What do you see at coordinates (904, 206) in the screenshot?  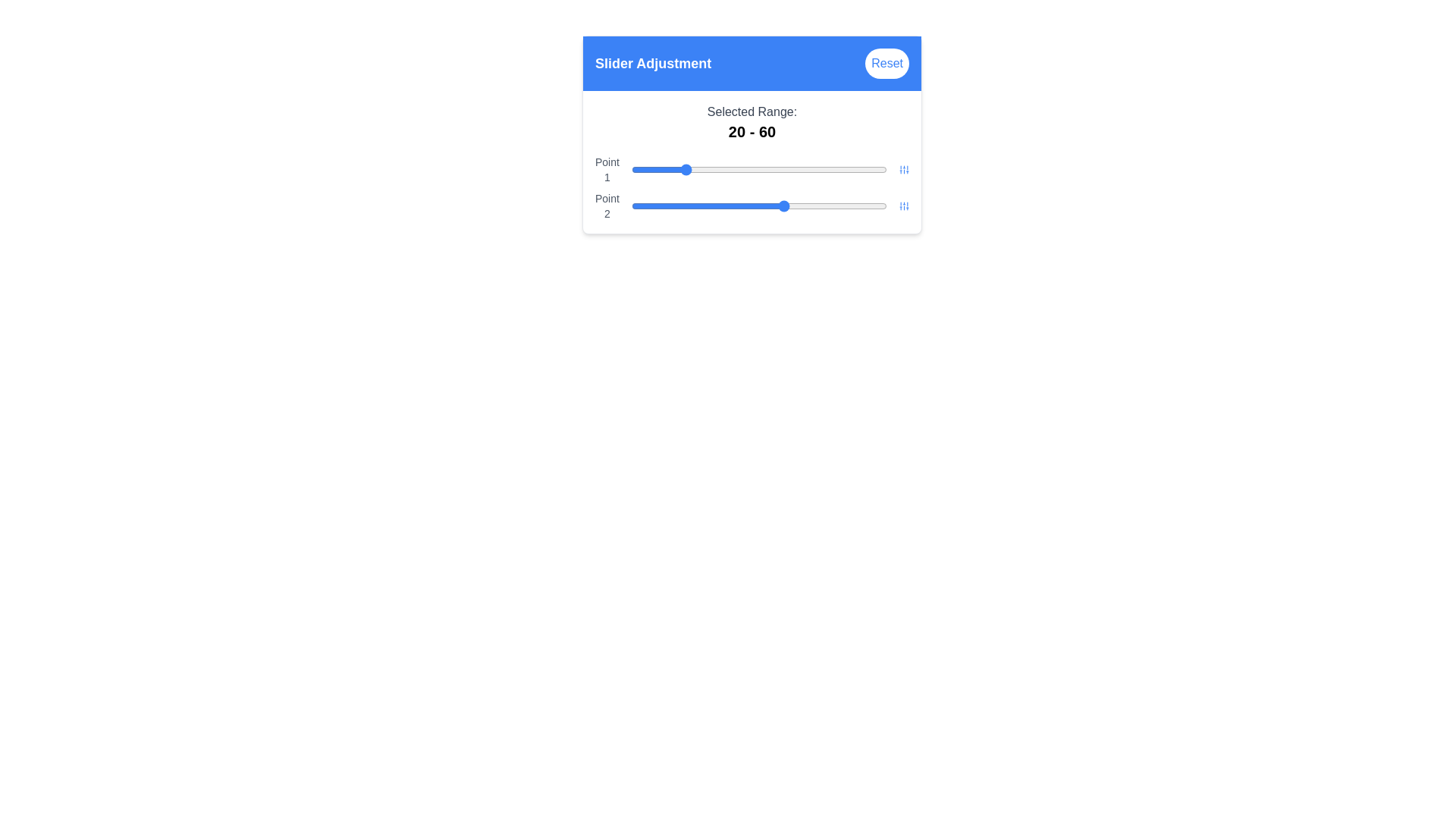 I see `the blue icon styled with a vertical slider layout located to the far right of the slider control associated with the 'Point 2' text label` at bounding box center [904, 206].